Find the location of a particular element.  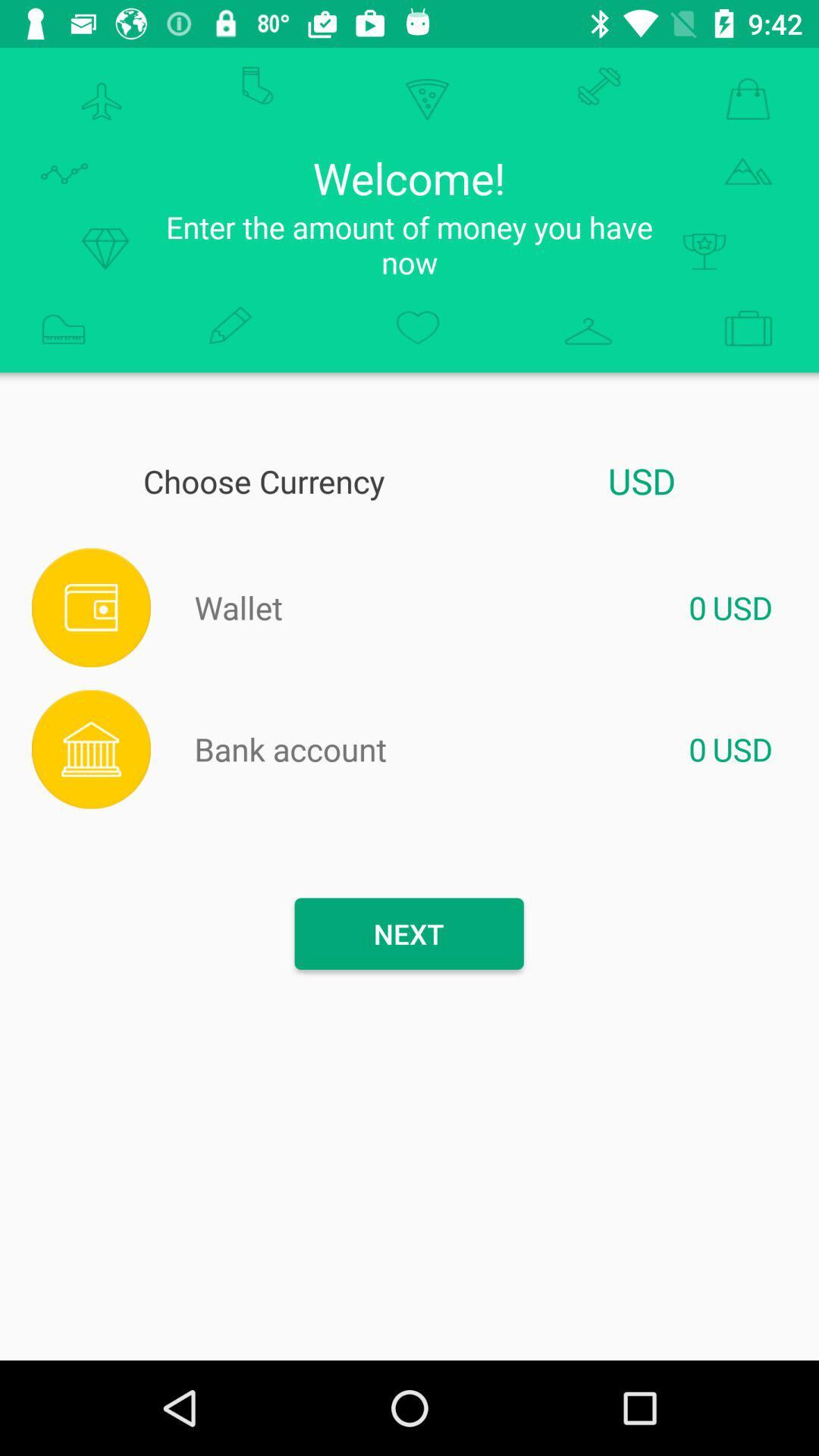

the next item is located at coordinates (408, 933).